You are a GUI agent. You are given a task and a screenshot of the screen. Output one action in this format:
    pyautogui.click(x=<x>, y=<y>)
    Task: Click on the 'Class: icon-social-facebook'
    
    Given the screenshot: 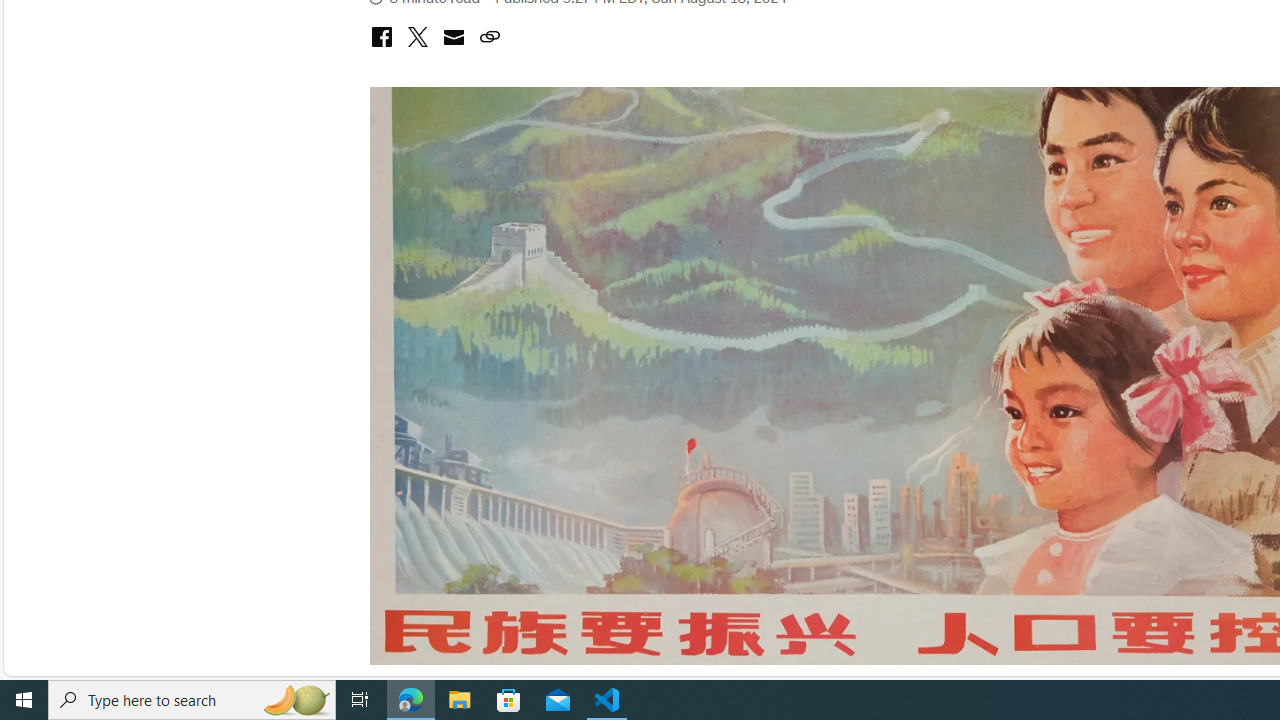 What is the action you would take?
    pyautogui.click(x=381, y=37)
    